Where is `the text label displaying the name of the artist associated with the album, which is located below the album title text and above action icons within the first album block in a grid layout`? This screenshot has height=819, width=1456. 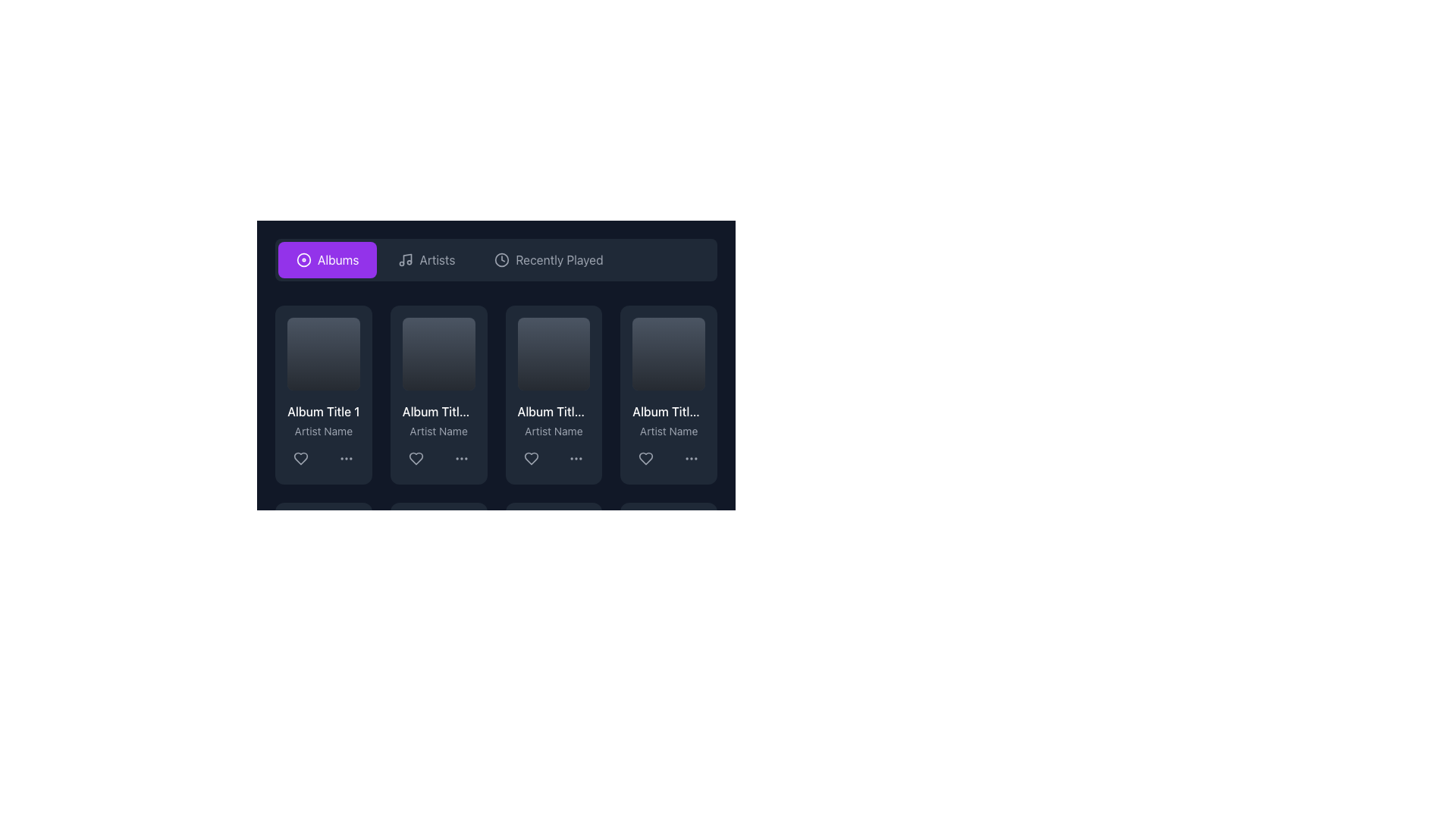 the text label displaying the name of the artist associated with the album, which is located below the album title text and above action icons within the first album block in a grid layout is located at coordinates (322, 431).